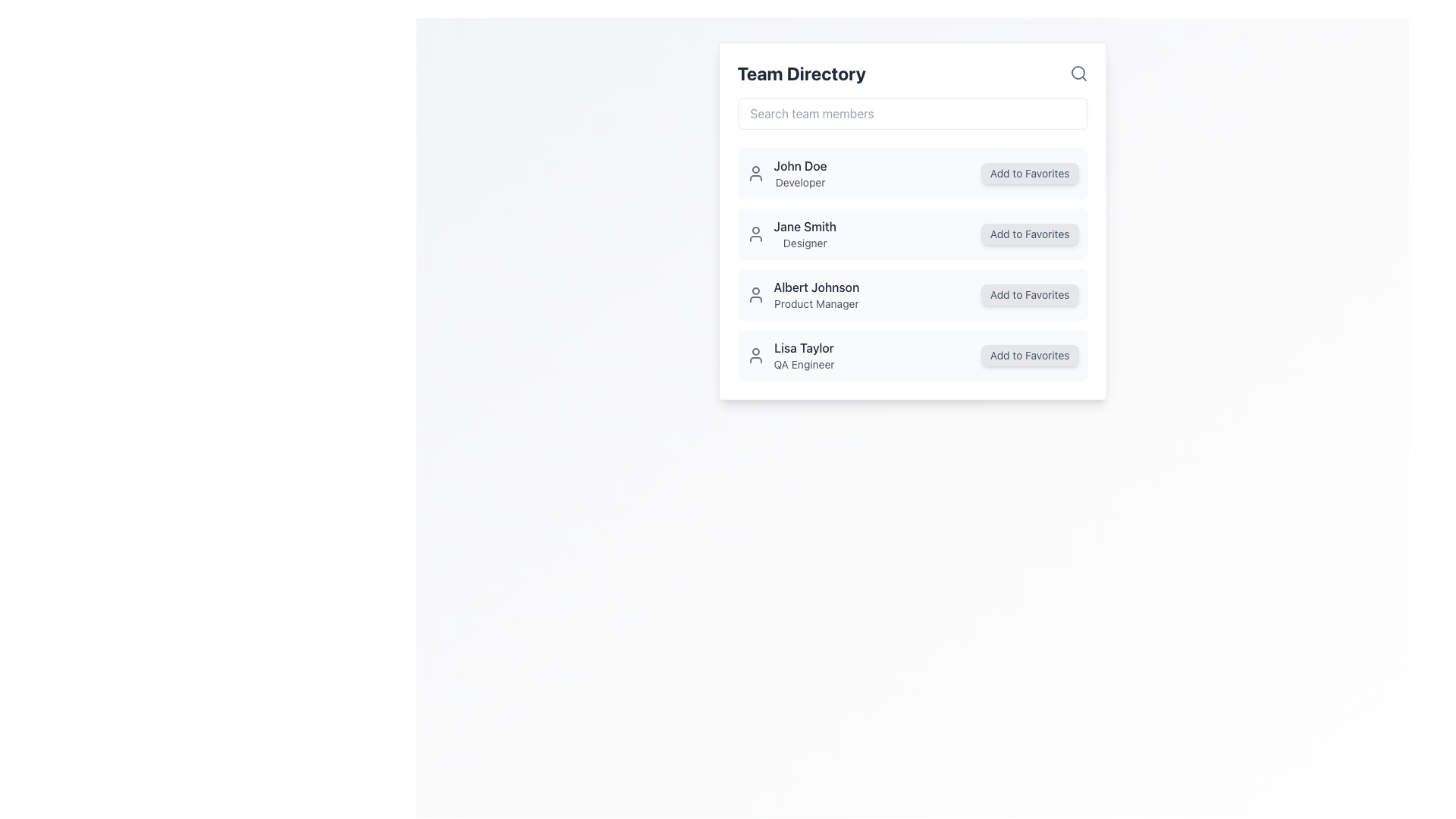 Image resolution: width=1456 pixels, height=819 pixels. I want to click on the text element displaying 'Albert Johnson', which is the first line in the team member's profile entry in the 'Team Directory' panel, so click(815, 287).